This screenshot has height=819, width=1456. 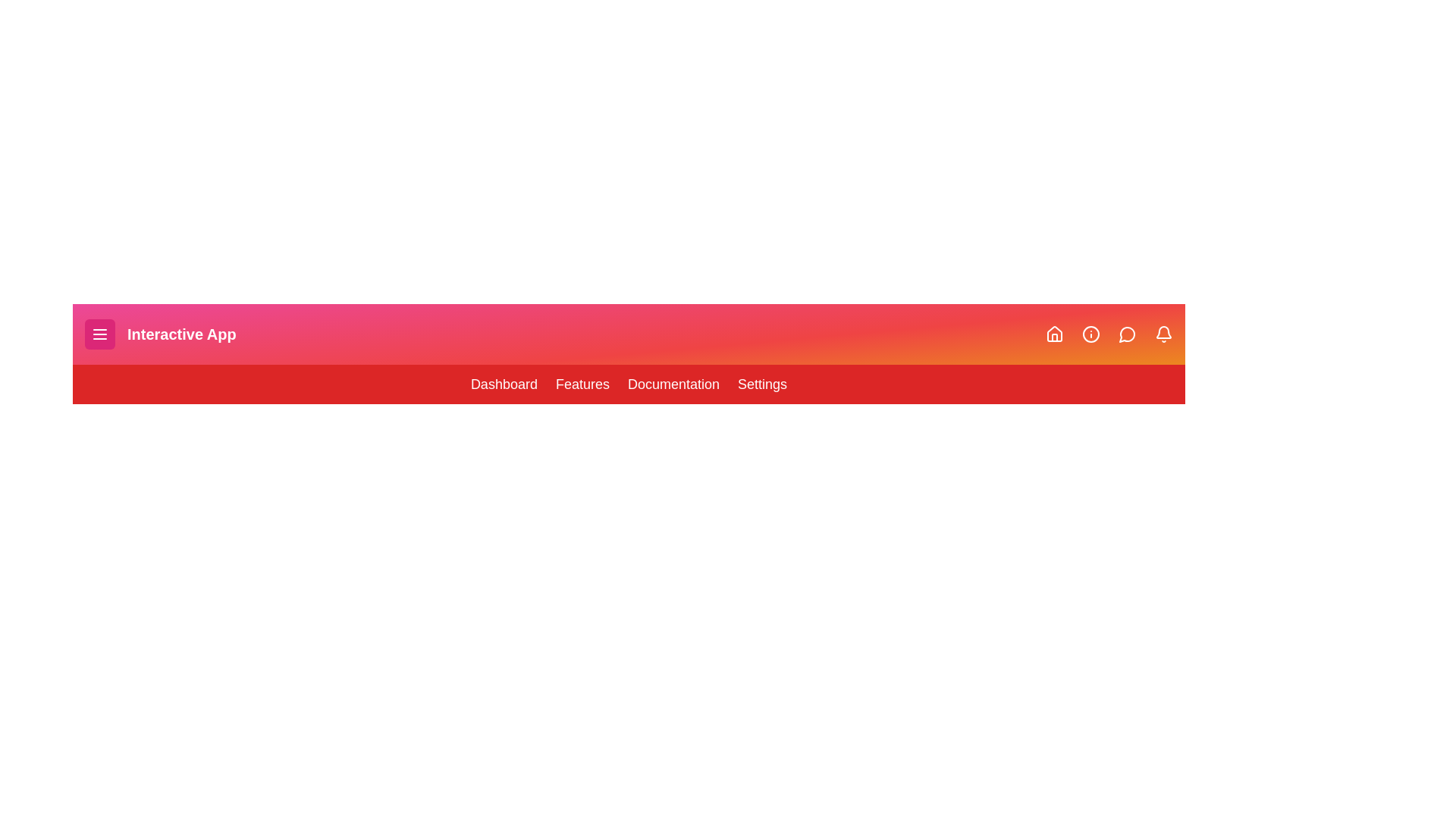 What do you see at coordinates (504, 383) in the screenshot?
I see `the menu item Dashboard from the menu bar` at bounding box center [504, 383].